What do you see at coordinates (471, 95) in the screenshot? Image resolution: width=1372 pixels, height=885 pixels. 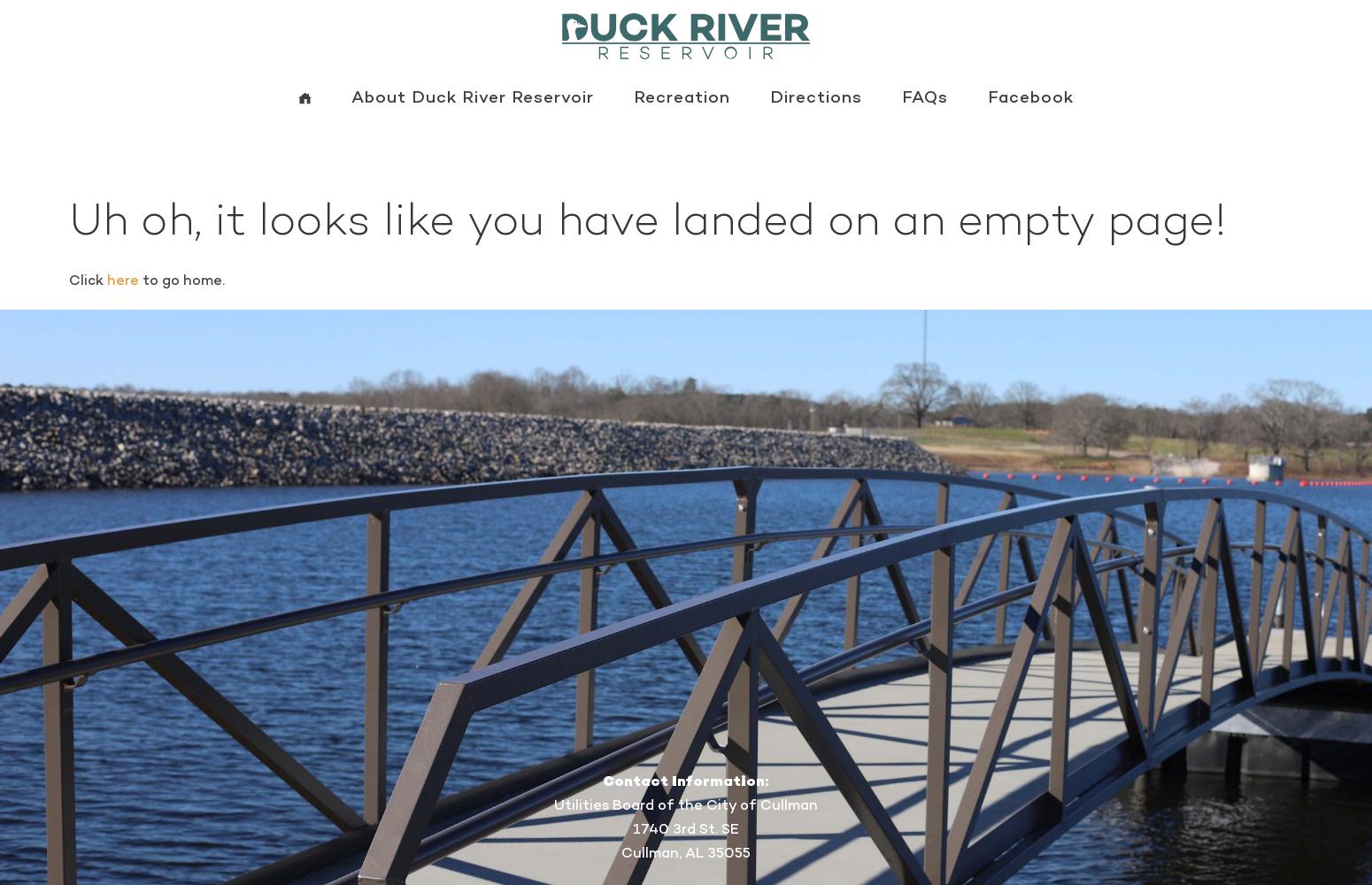 I see `'About Duck River Reservoir'` at bounding box center [471, 95].